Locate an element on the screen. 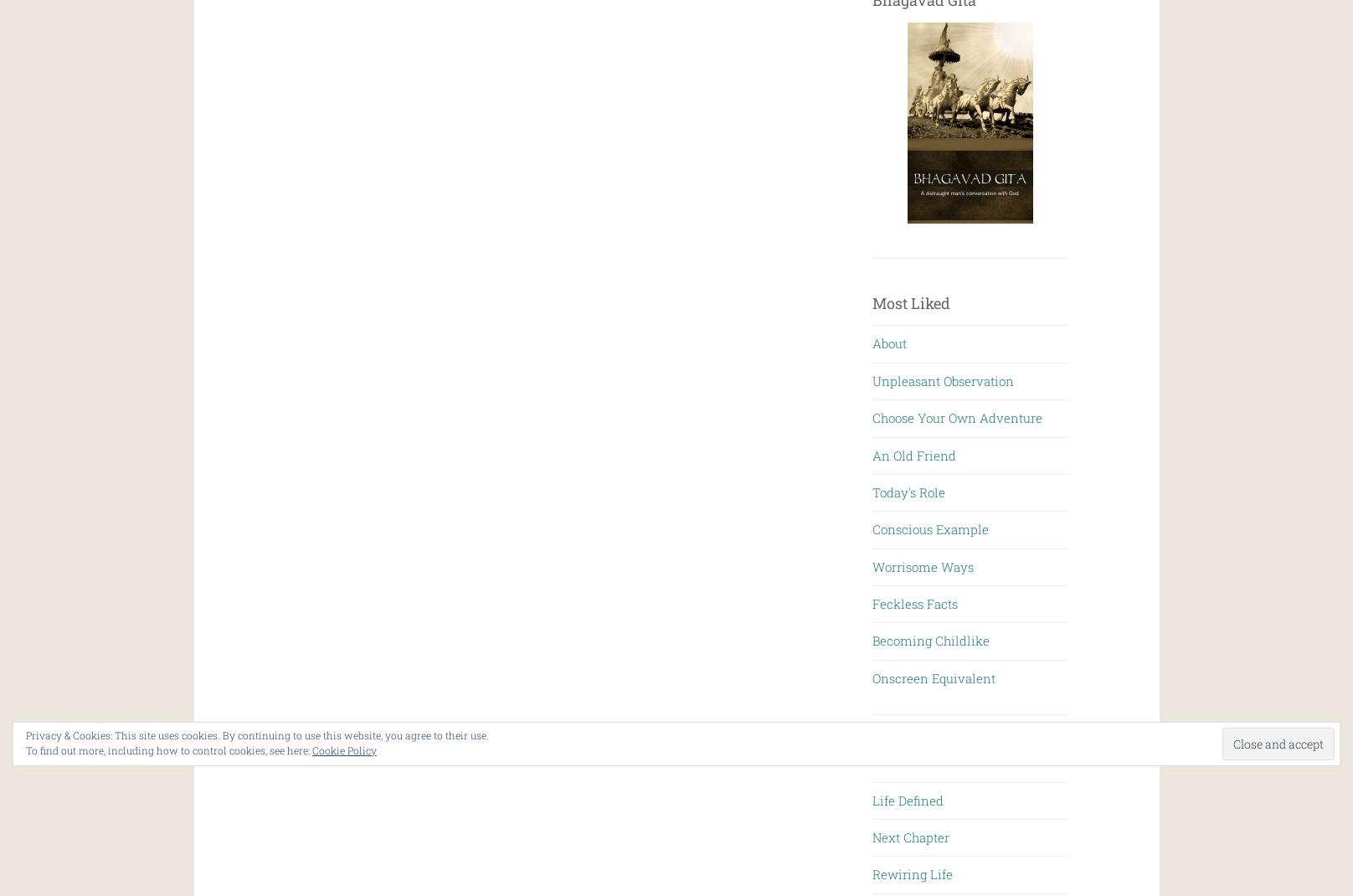 The width and height of the screenshot is (1353, 896). 'Most Liked' is located at coordinates (911, 301).